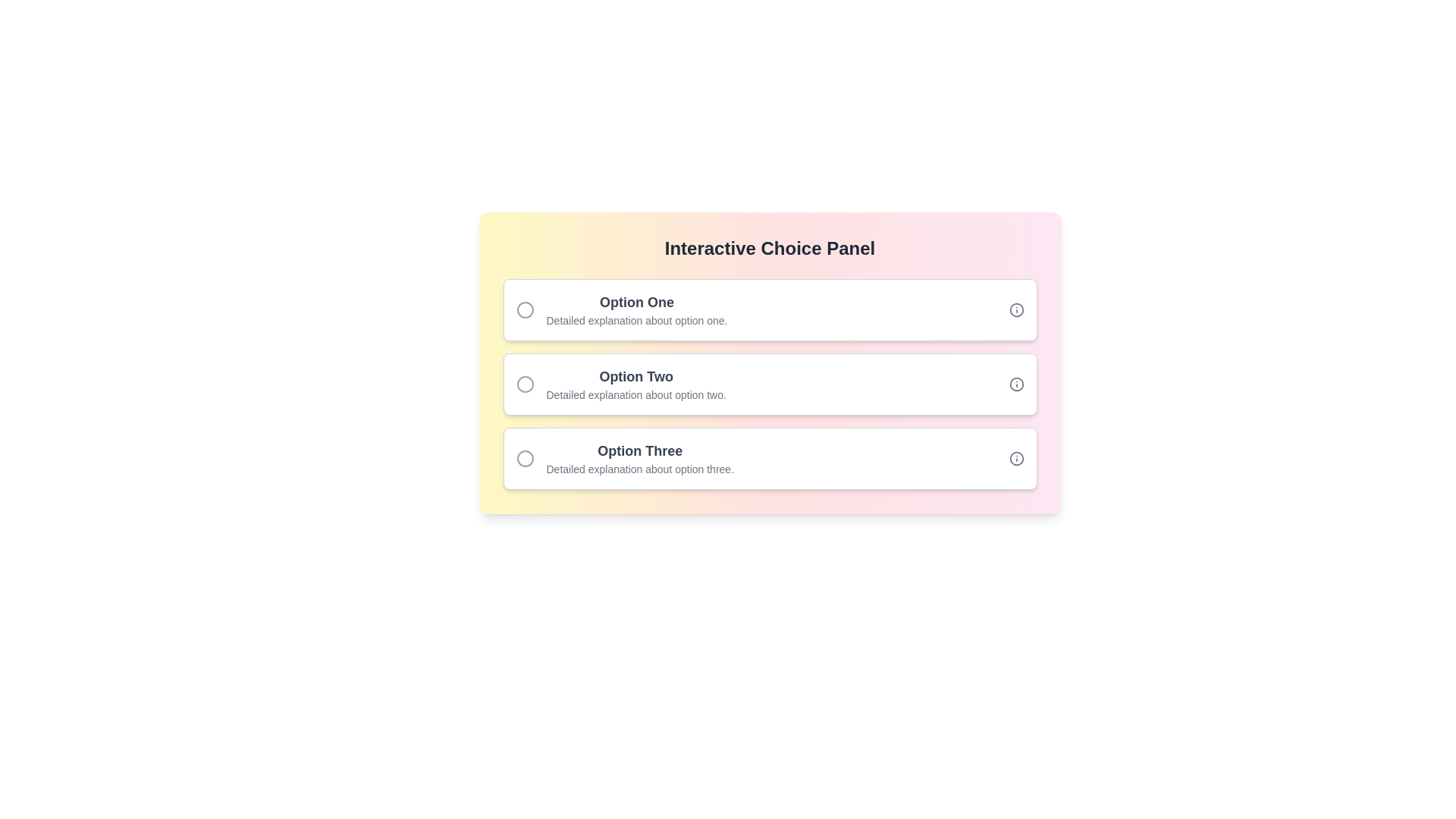 The width and height of the screenshot is (1456, 819). Describe the element at coordinates (770, 362) in the screenshot. I see `the selectable option within the styled panel that has a gradient background from yellow to pink, which contains three options: 'Option One,' 'Option Two,' and 'Option Three.'` at that location.